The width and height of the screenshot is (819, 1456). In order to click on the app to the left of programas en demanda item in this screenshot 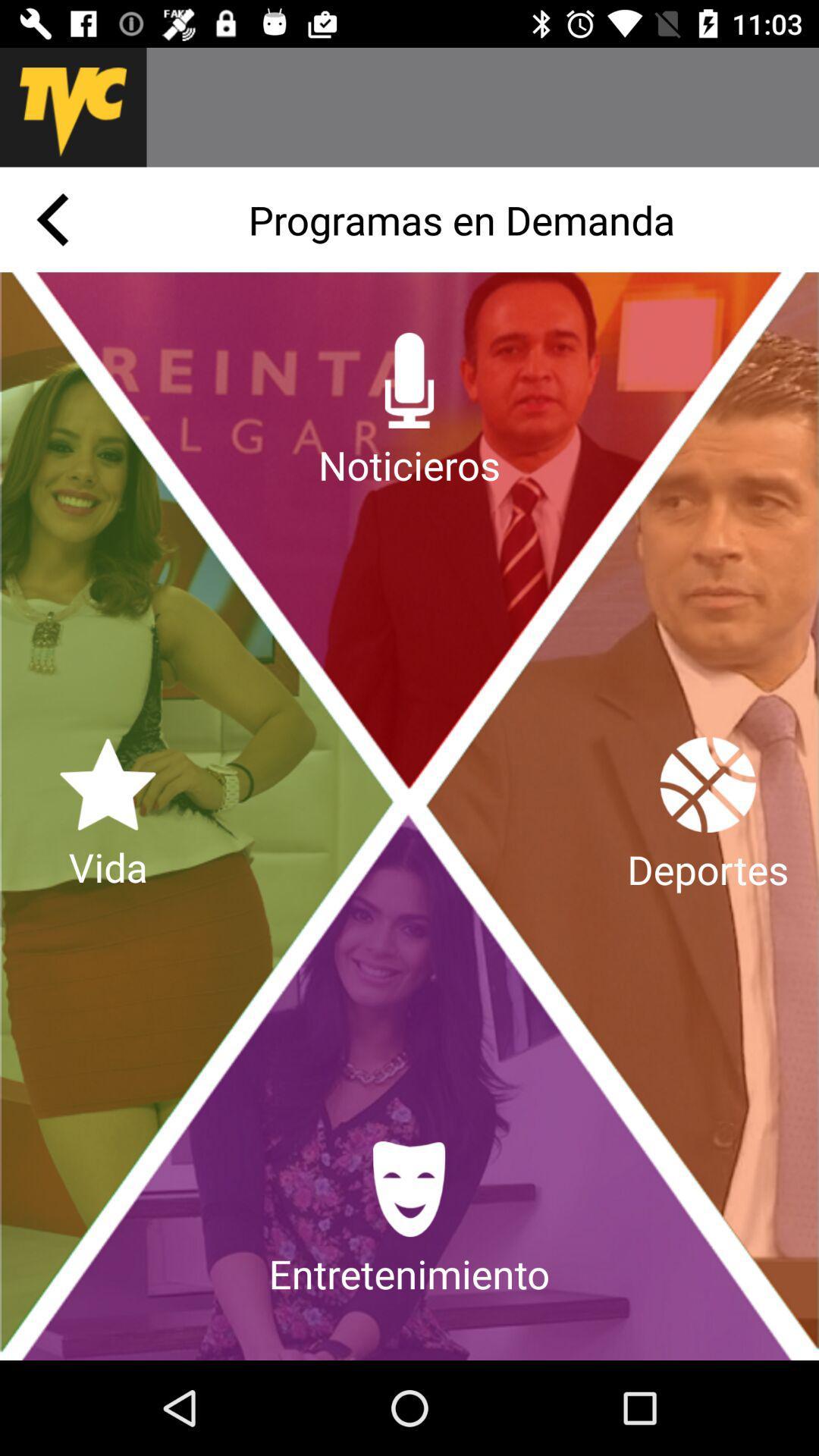, I will do `click(52, 218)`.